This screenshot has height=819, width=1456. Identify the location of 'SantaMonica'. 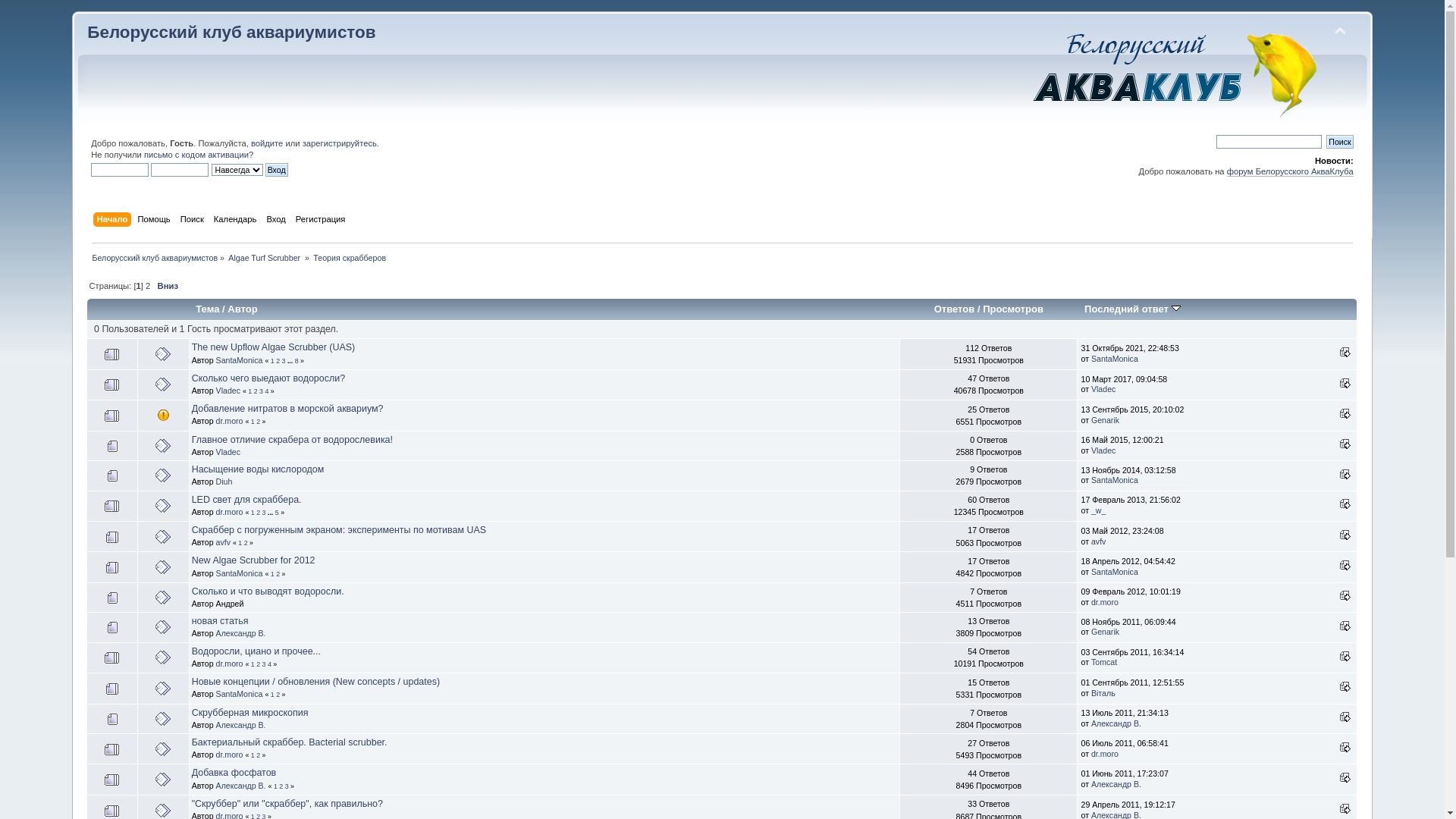
(215, 573).